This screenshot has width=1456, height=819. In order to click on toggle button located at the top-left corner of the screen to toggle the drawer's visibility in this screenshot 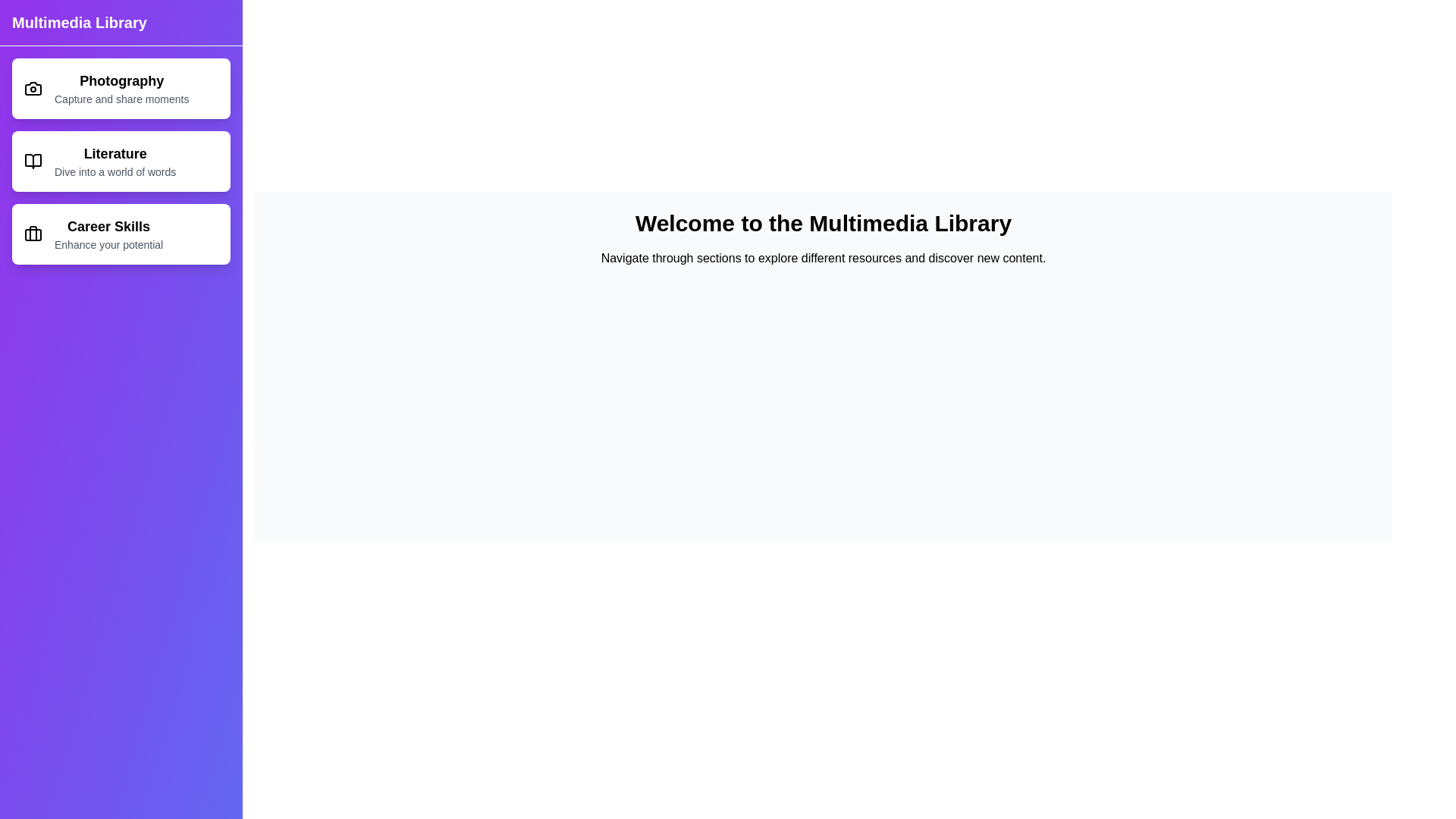, I will do `click(30, 30)`.